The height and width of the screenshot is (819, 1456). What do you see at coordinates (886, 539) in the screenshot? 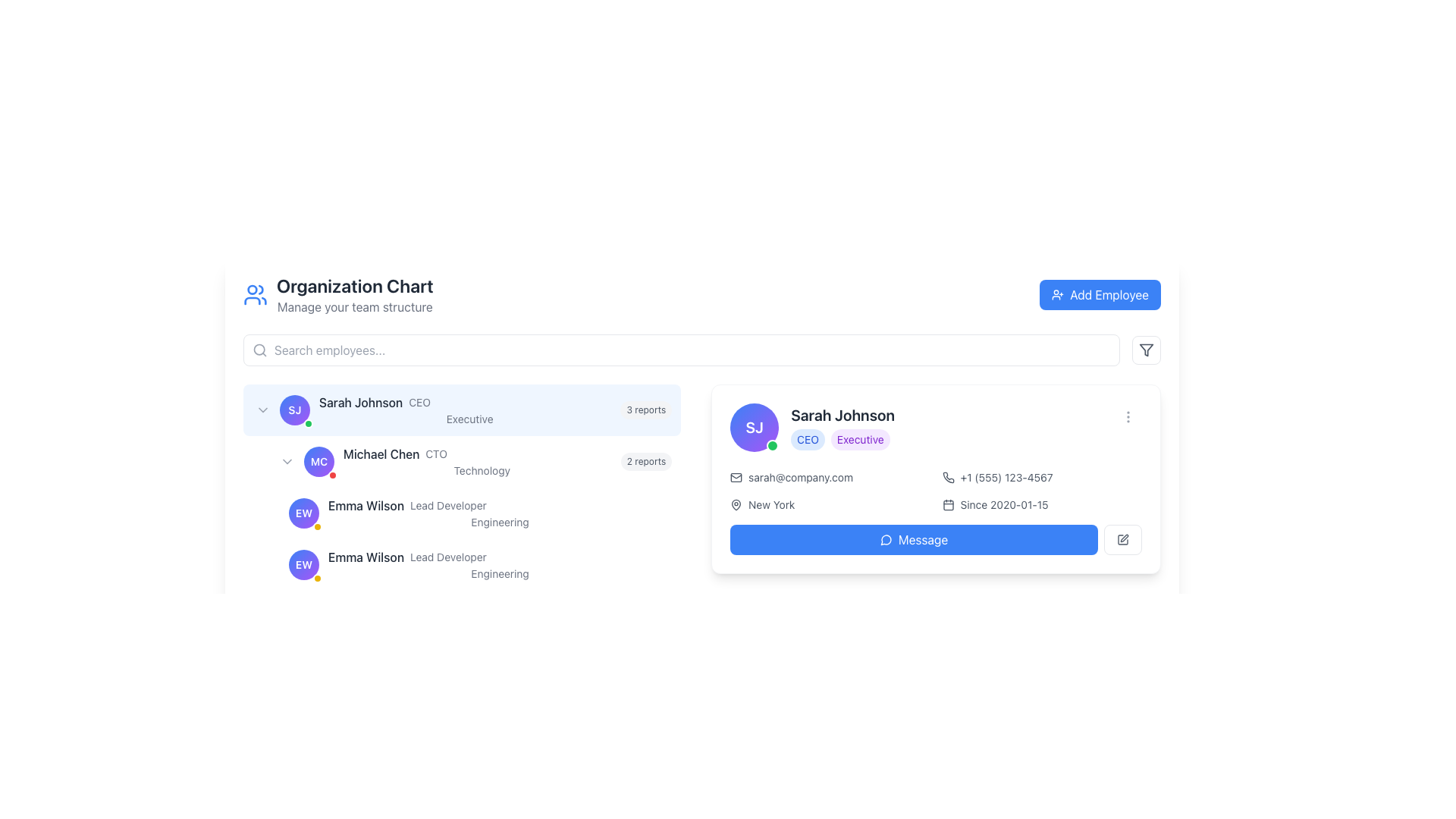
I see `the 'Message' button which contains a decorative circular icon resembling a message or chat bubble, located in the bottom section of the user profile card` at bounding box center [886, 539].